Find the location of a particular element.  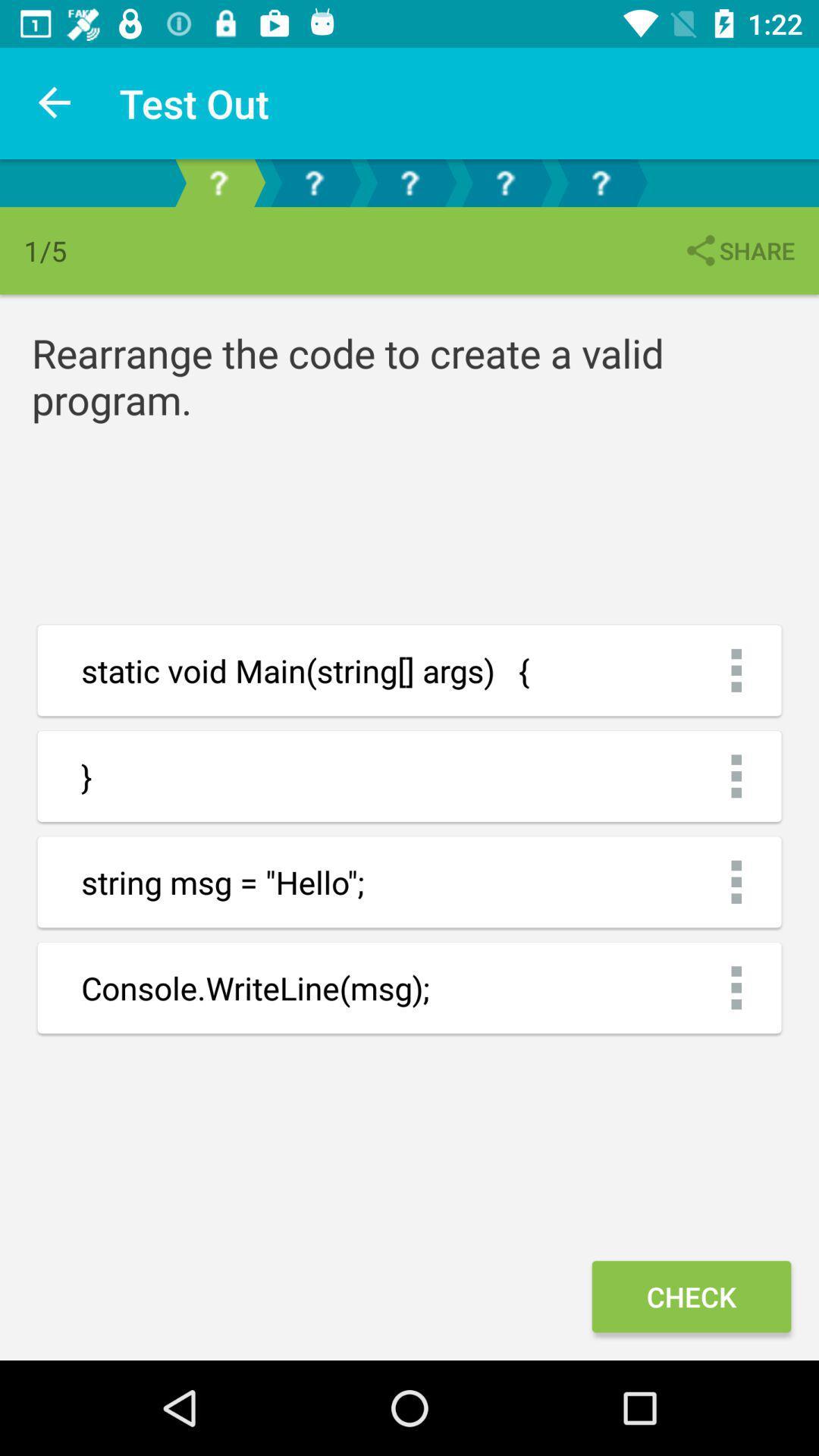

the help icon is located at coordinates (505, 182).